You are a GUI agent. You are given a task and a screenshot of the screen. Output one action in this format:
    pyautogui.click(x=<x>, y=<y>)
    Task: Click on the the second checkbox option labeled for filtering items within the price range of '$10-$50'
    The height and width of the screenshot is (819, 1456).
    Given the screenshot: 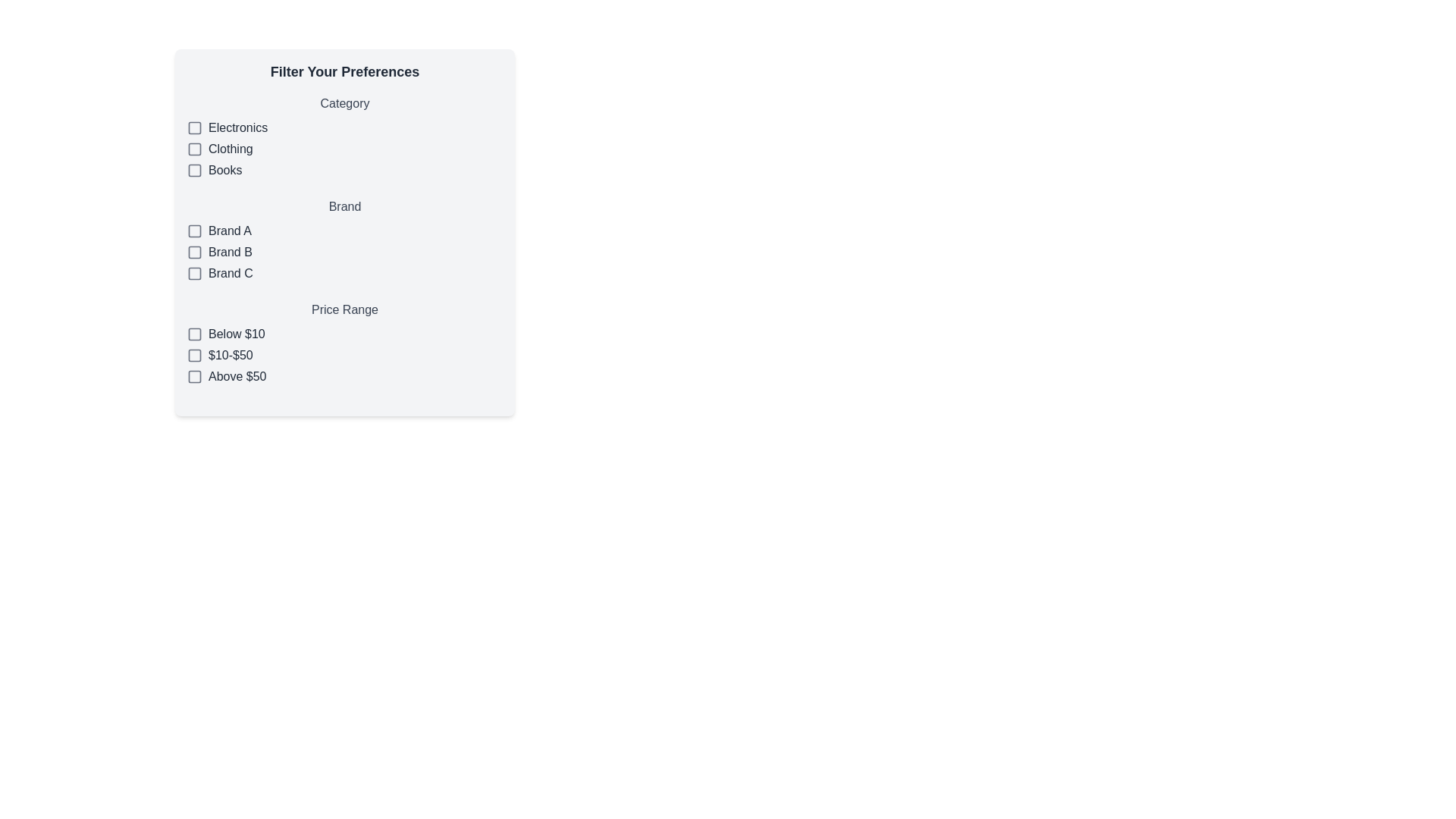 What is the action you would take?
    pyautogui.click(x=344, y=356)
    